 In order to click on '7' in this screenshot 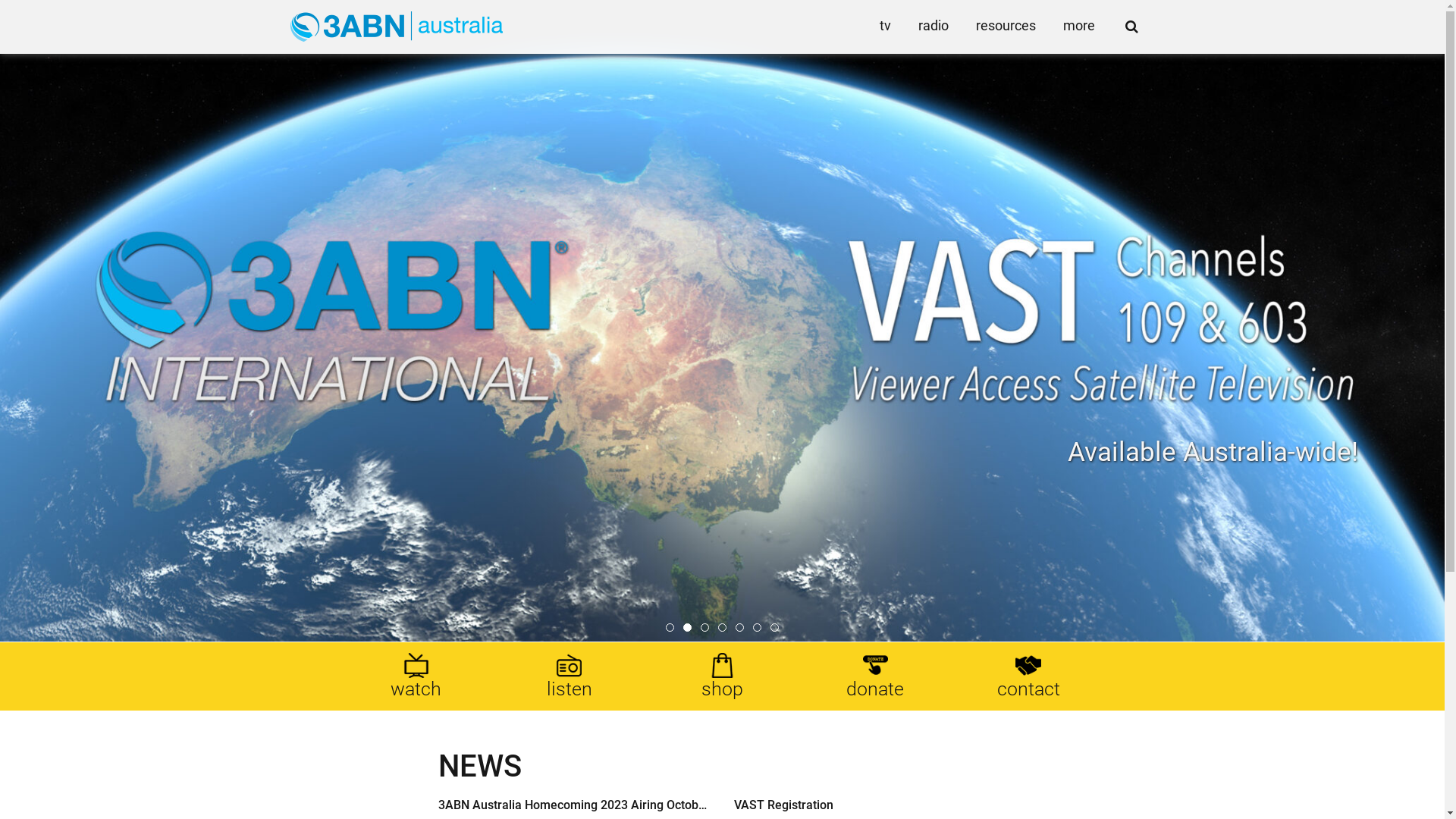, I will do `click(774, 627)`.